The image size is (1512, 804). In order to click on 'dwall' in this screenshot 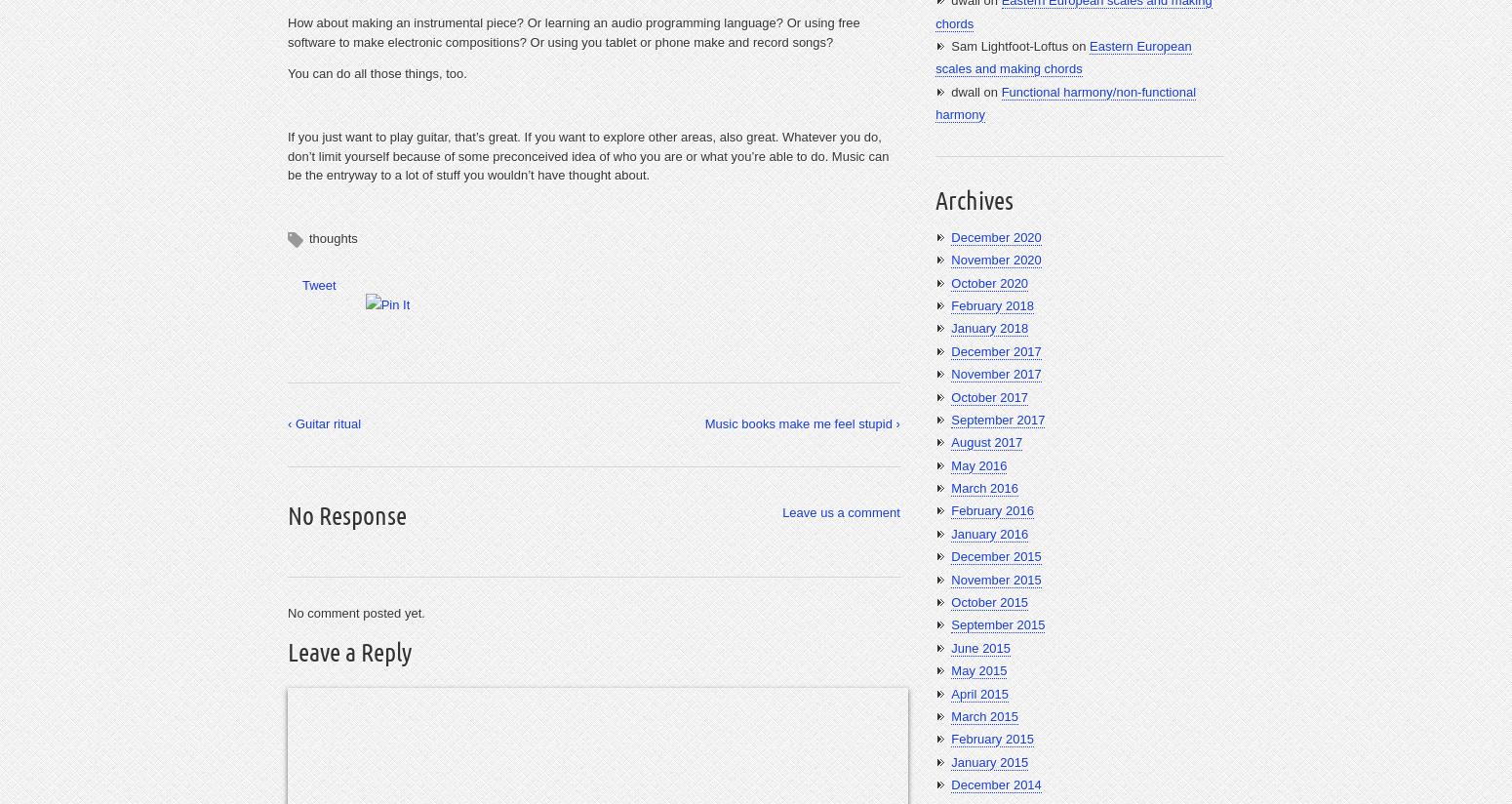, I will do `click(964, 90)`.